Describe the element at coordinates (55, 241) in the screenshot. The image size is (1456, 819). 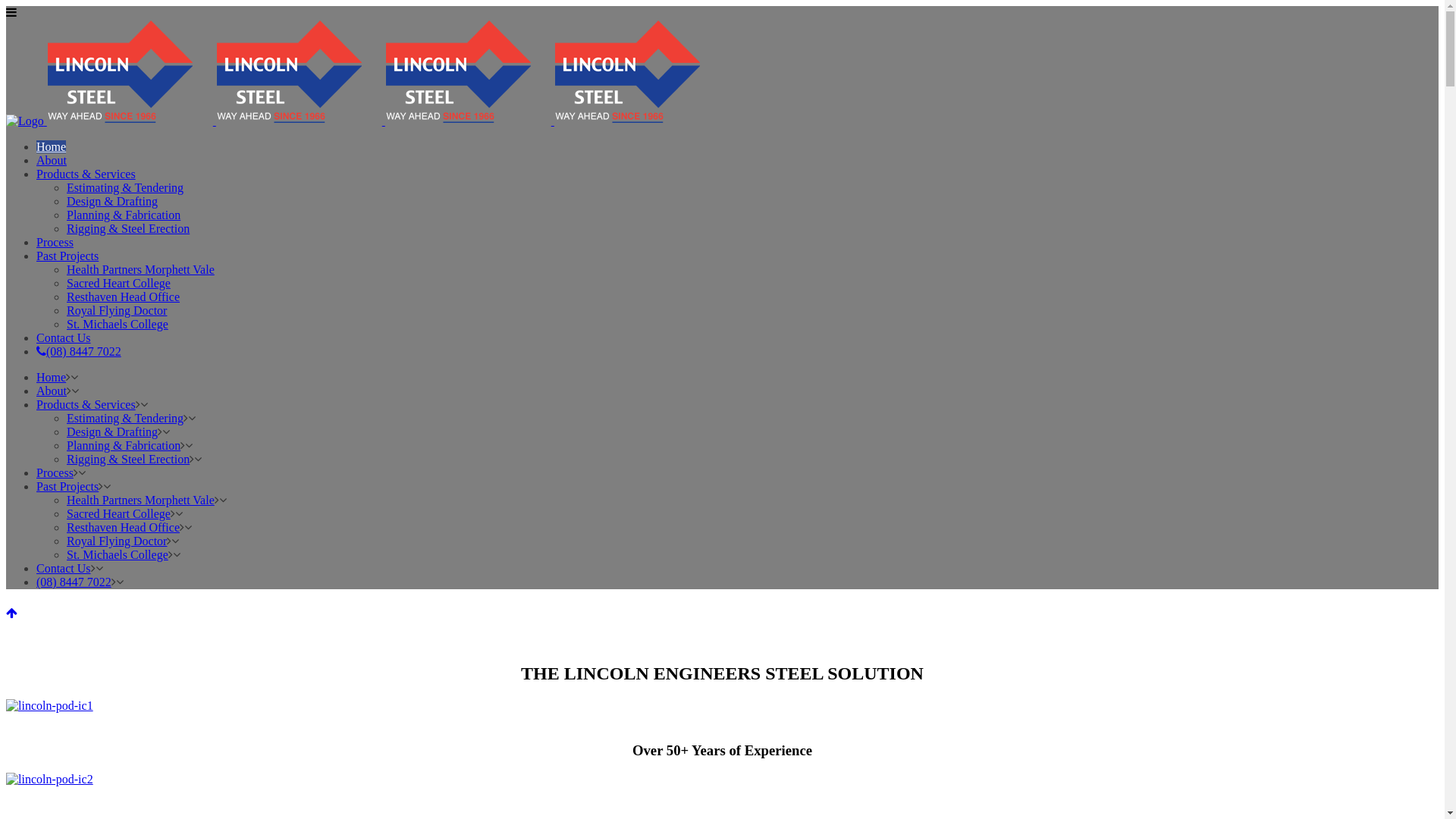
I see `'Process'` at that location.